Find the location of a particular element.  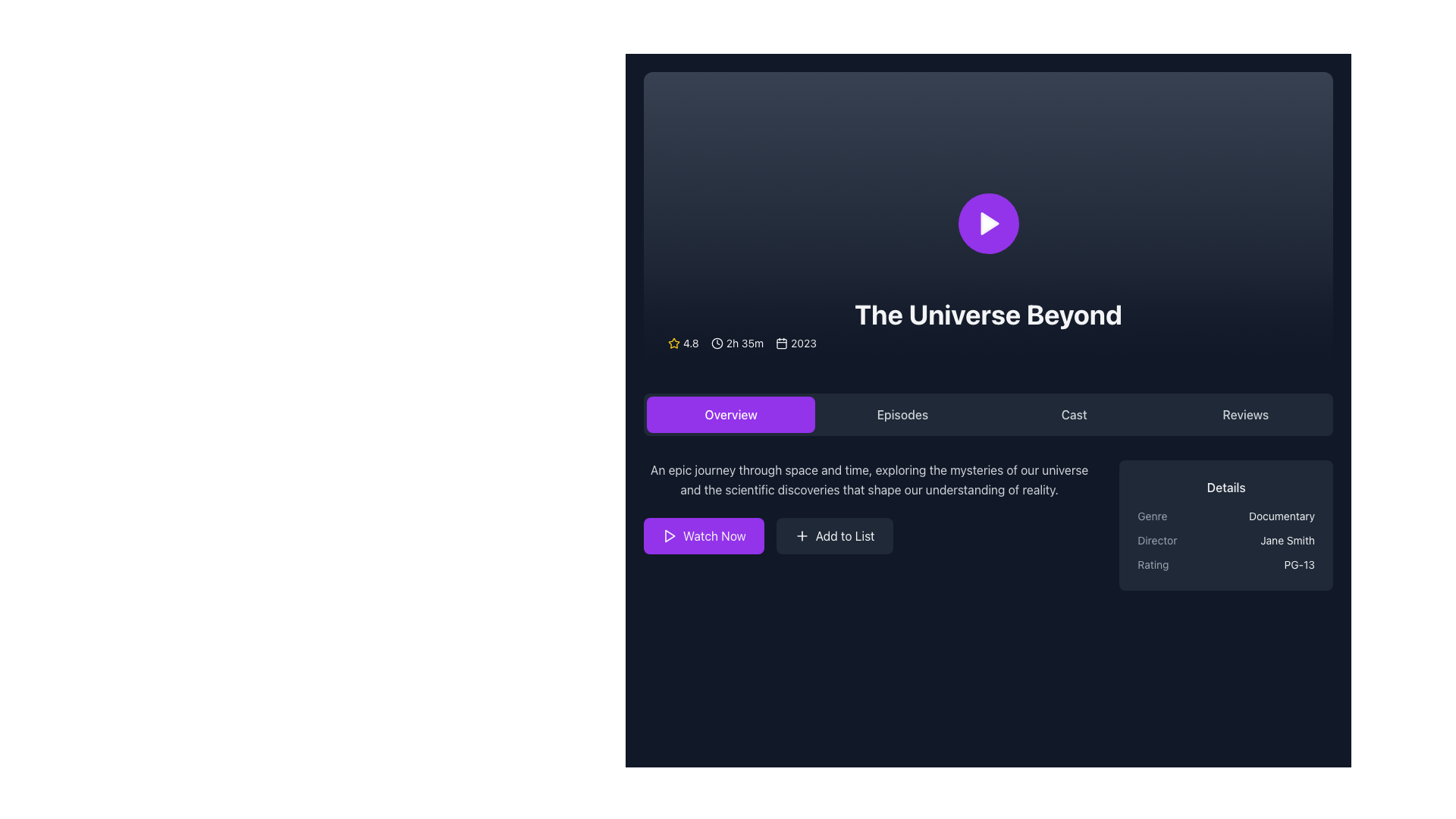

the calendar icon, which is a white icon with rounded corners located next to the text '2023' at the top-center of the interface is located at coordinates (782, 343).